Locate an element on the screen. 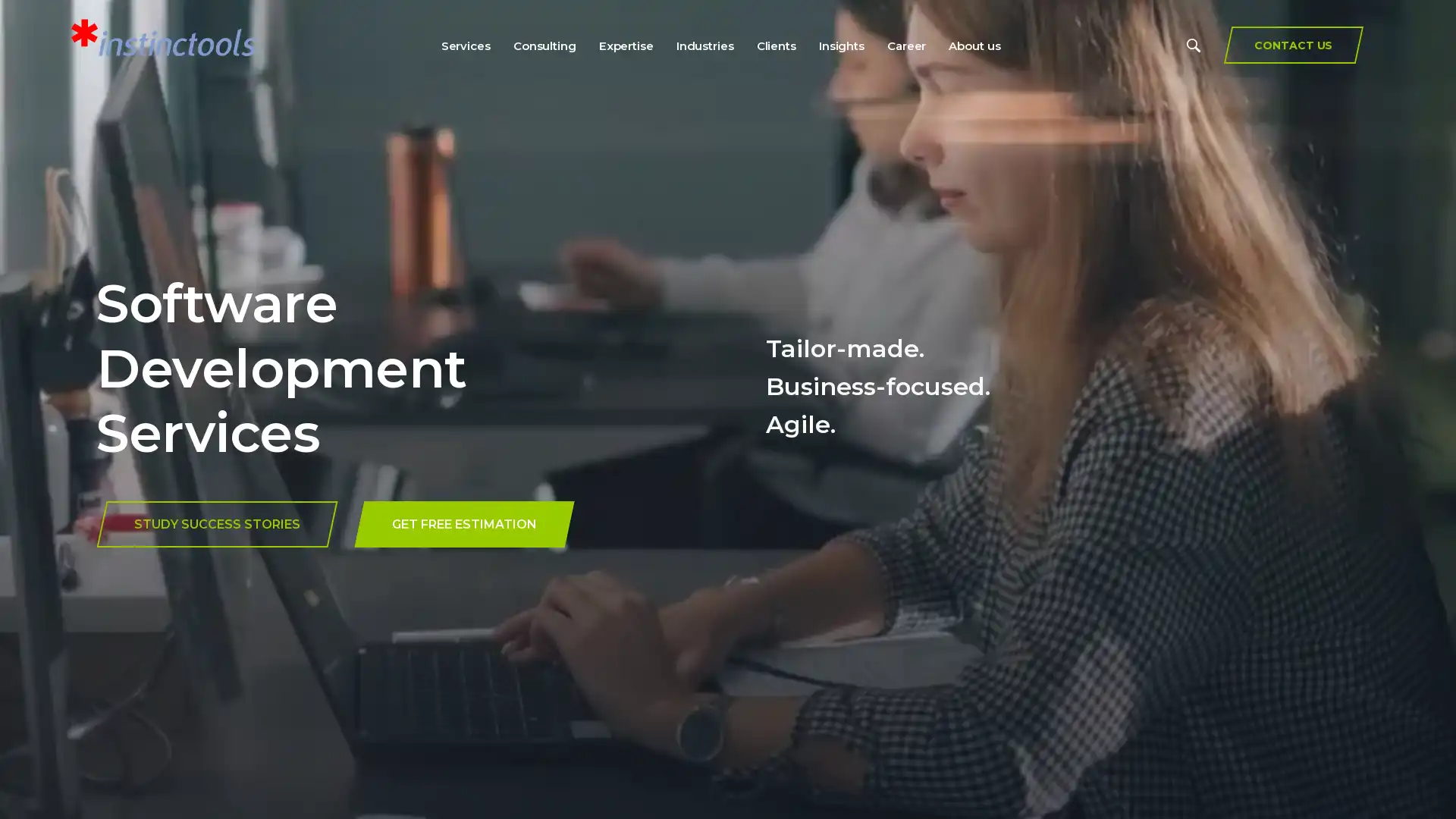 This screenshot has width=1456, height=819. GET FREE ESTIMATION is located at coordinates (463, 522).